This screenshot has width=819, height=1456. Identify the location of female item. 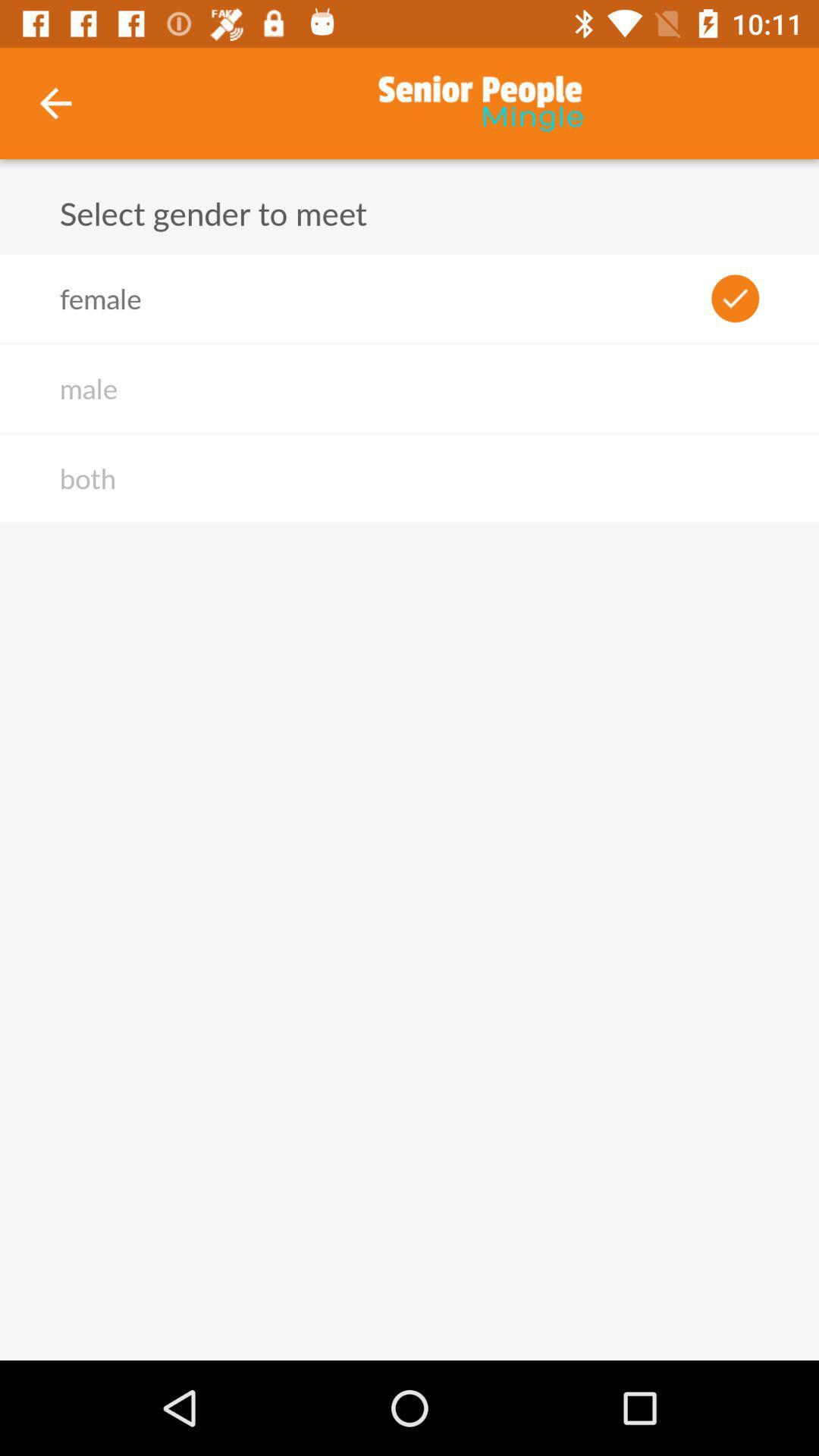
(100, 298).